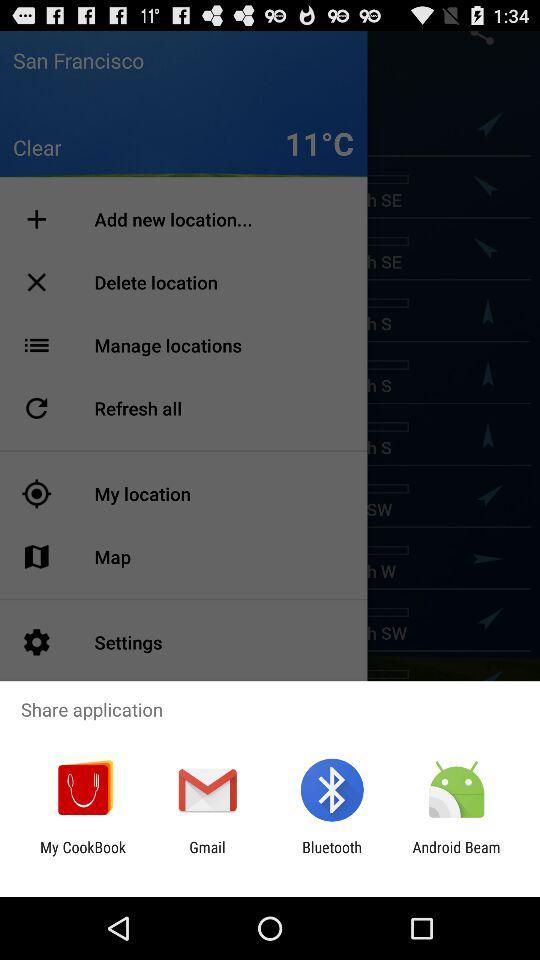  What do you see at coordinates (206, 855) in the screenshot?
I see `gmail item` at bounding box center [206, 855].